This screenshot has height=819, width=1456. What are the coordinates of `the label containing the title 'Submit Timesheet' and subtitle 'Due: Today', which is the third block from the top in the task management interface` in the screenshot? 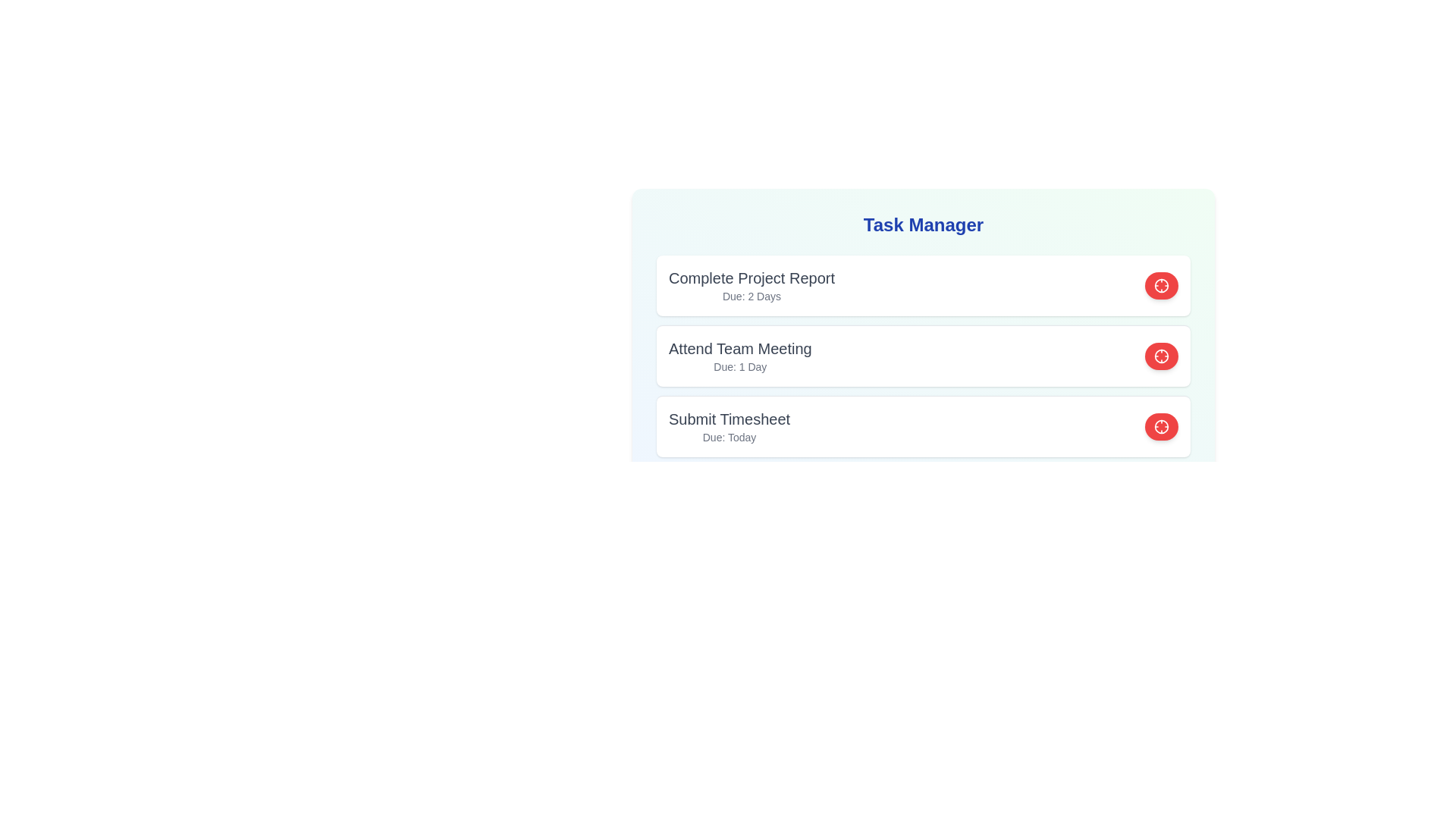 It's located at (730, 427).